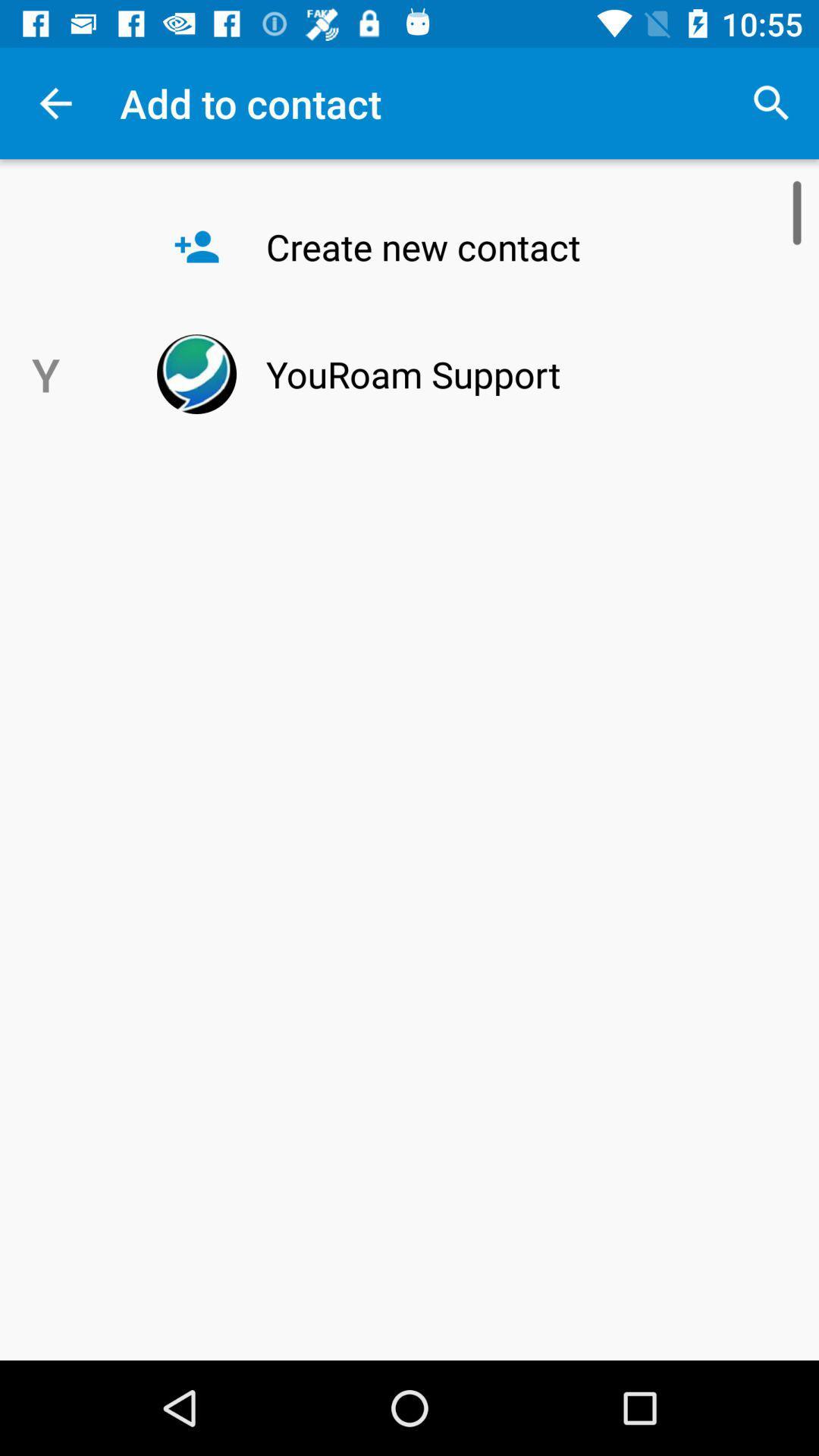 The image size is (819, 1456). I want to click on app above the create new contact, so click(771, 102).